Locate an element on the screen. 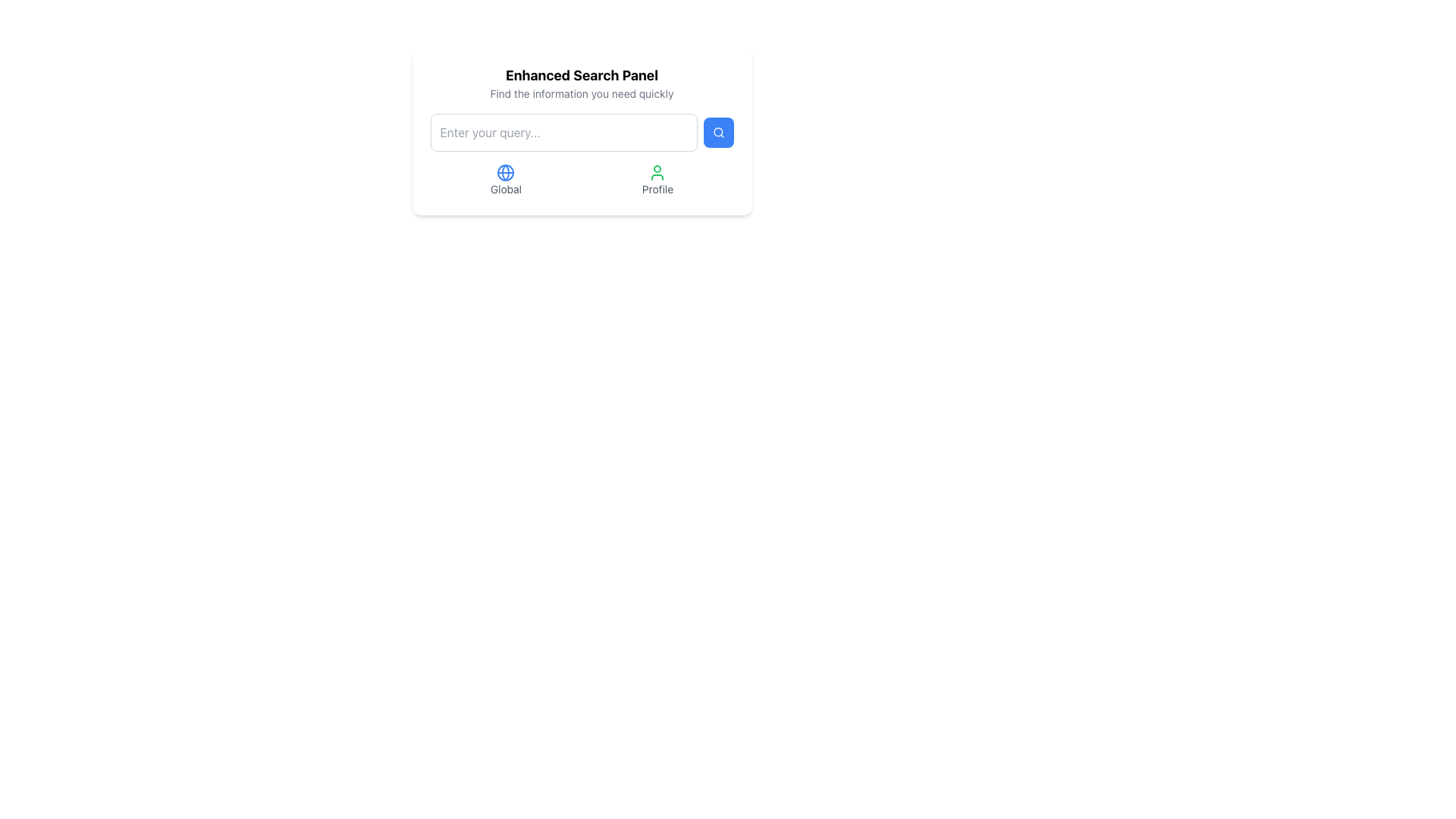  the search icon located within a rounded blue button adjacent to the search input field is located at coordinates (717, 131).